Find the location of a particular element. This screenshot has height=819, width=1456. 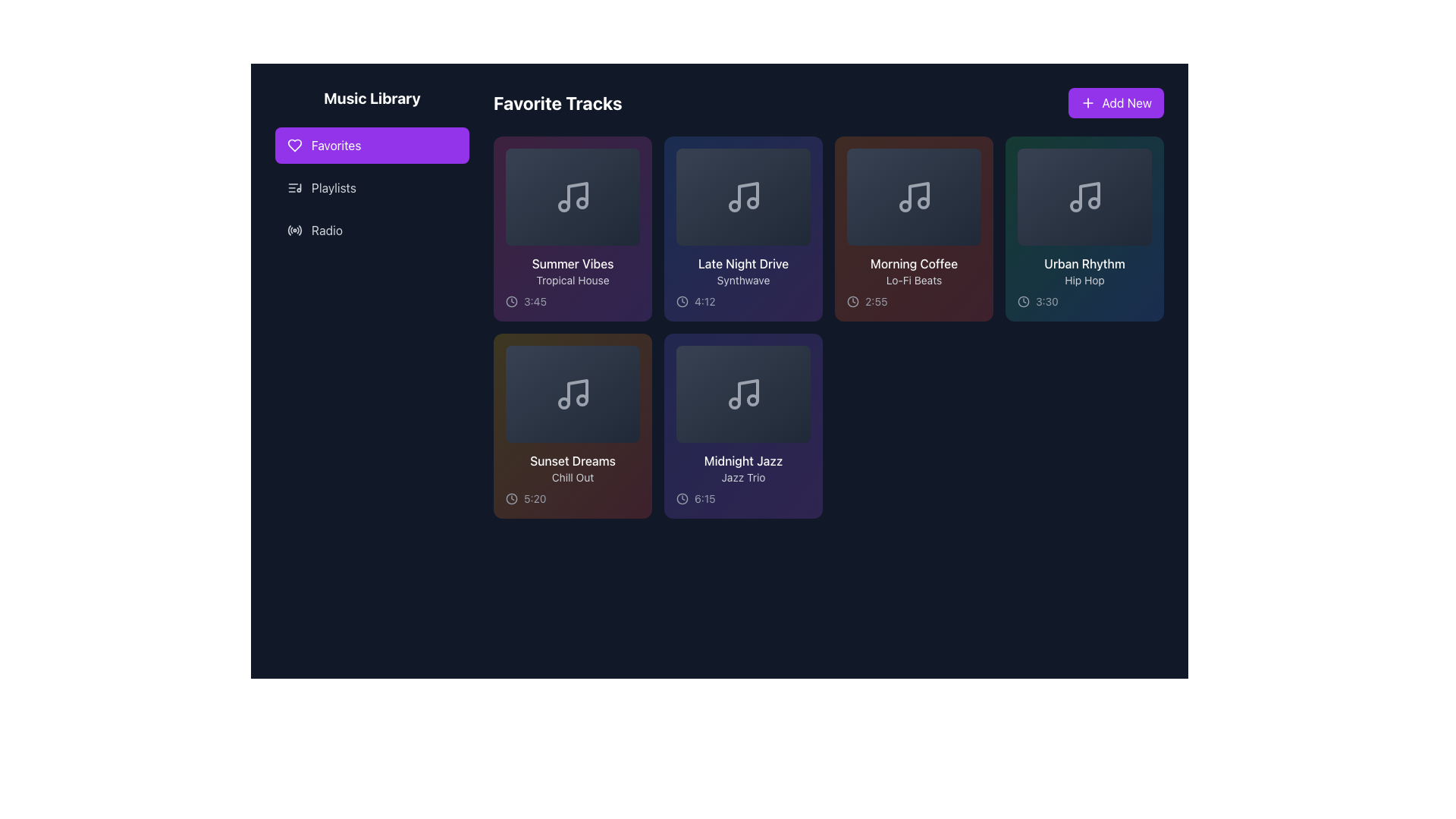

text from the genre label indicating the genre 'Synthwave' located within the 'Late Night Drive' card in the 'Favorite Tracks' section, positioned below the title and above the duration text '4:12' is located at coordinates (743, 281).